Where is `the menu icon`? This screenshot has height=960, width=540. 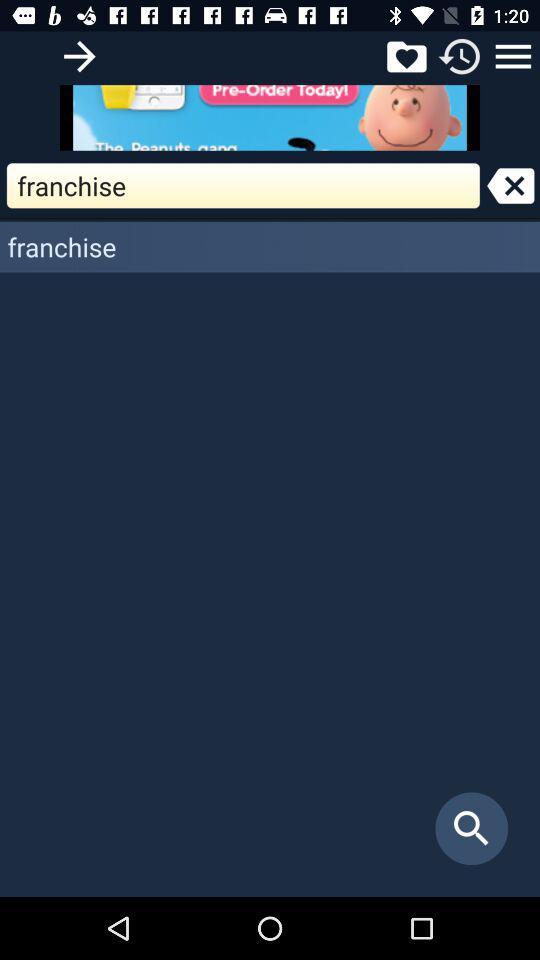 the menu icon is located at coordinates (513, 55).